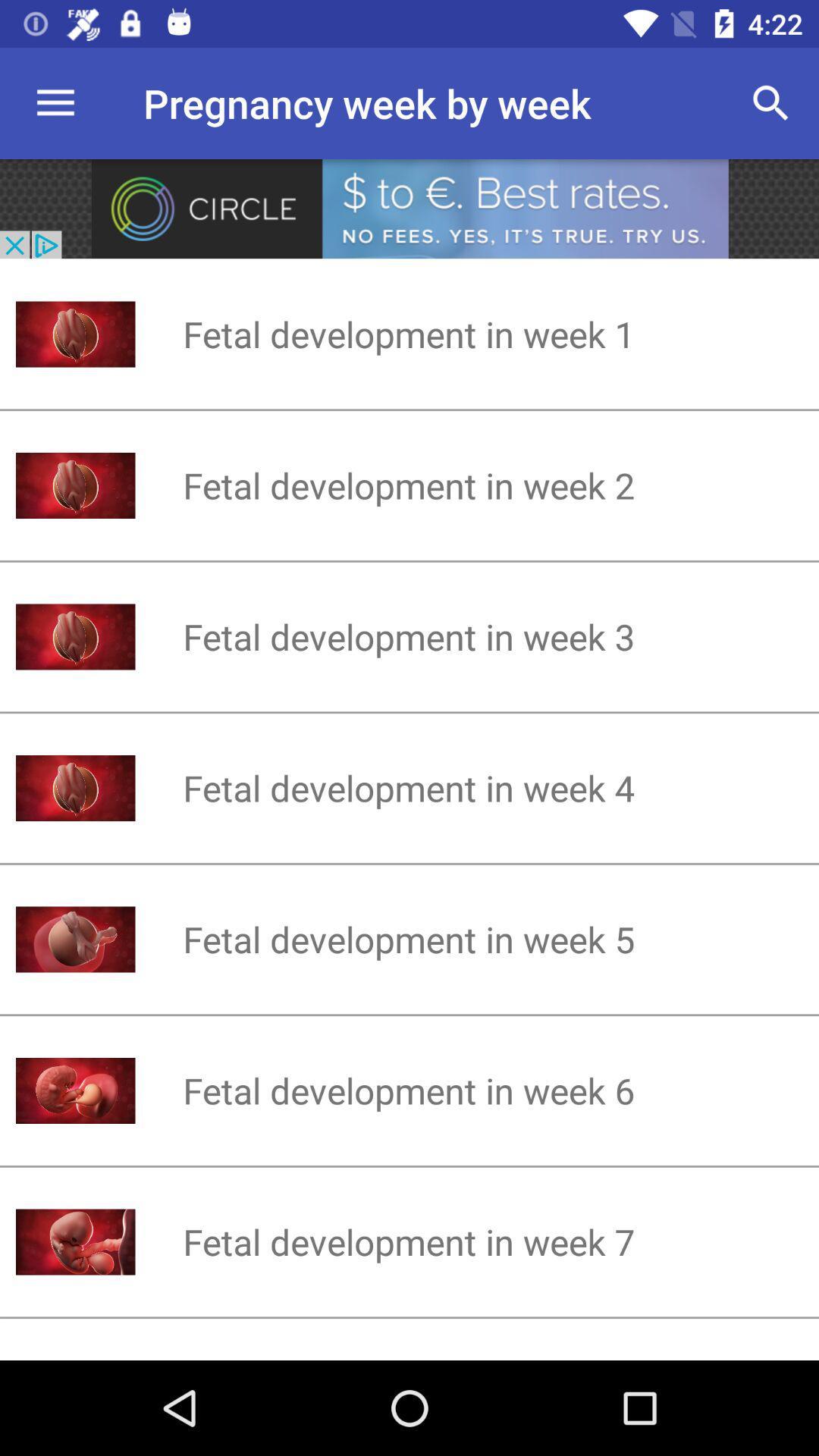 This screenshot has width=819, height=1456. I want to click on the first image at the left side of the page, so click(76, 334).